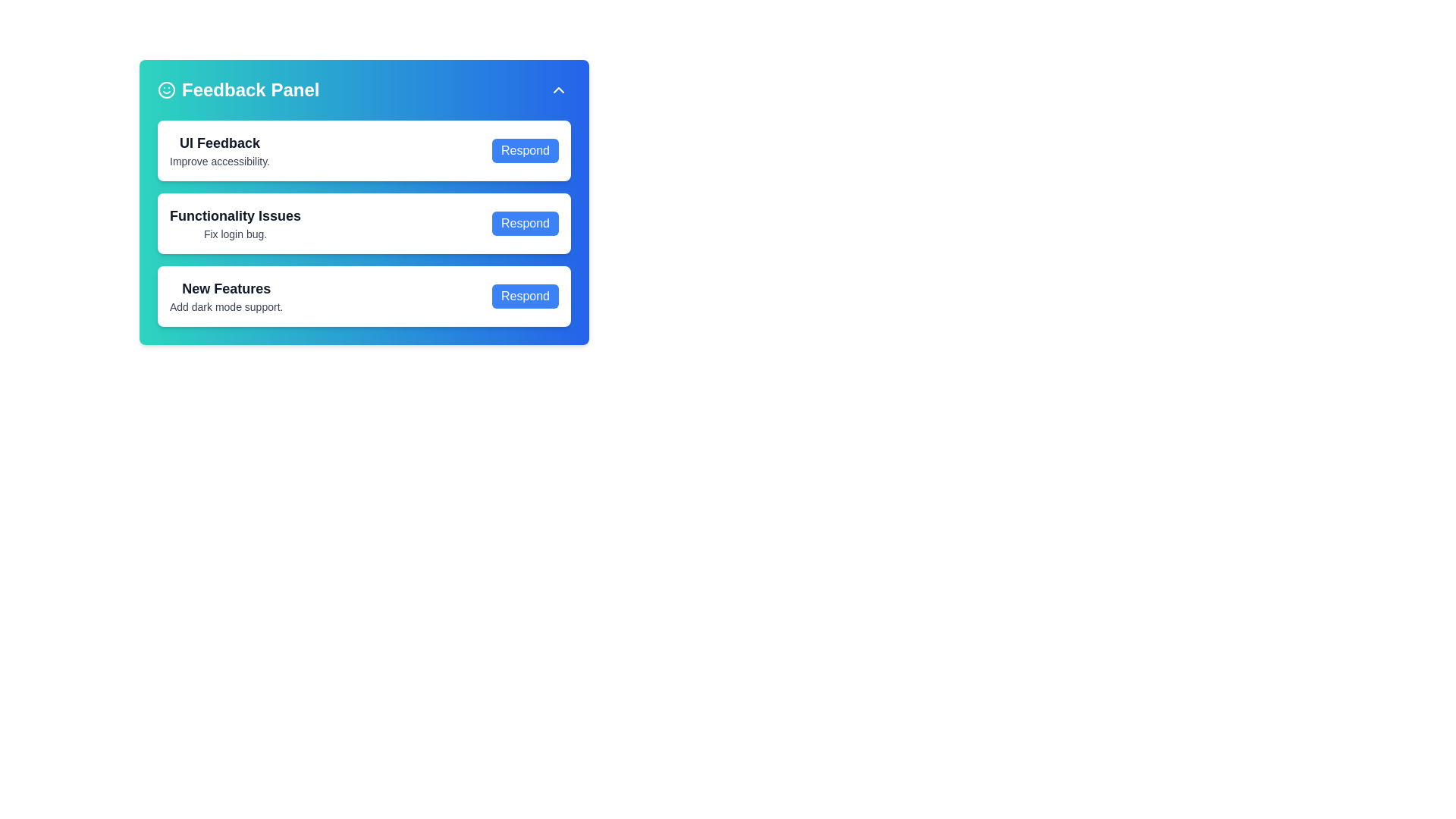 The height and width of the screenshot is (819, 1456). I want to click on the Header text located in the third section of the Feedback Panel, which serves as the title for new features, so click(225, 289).